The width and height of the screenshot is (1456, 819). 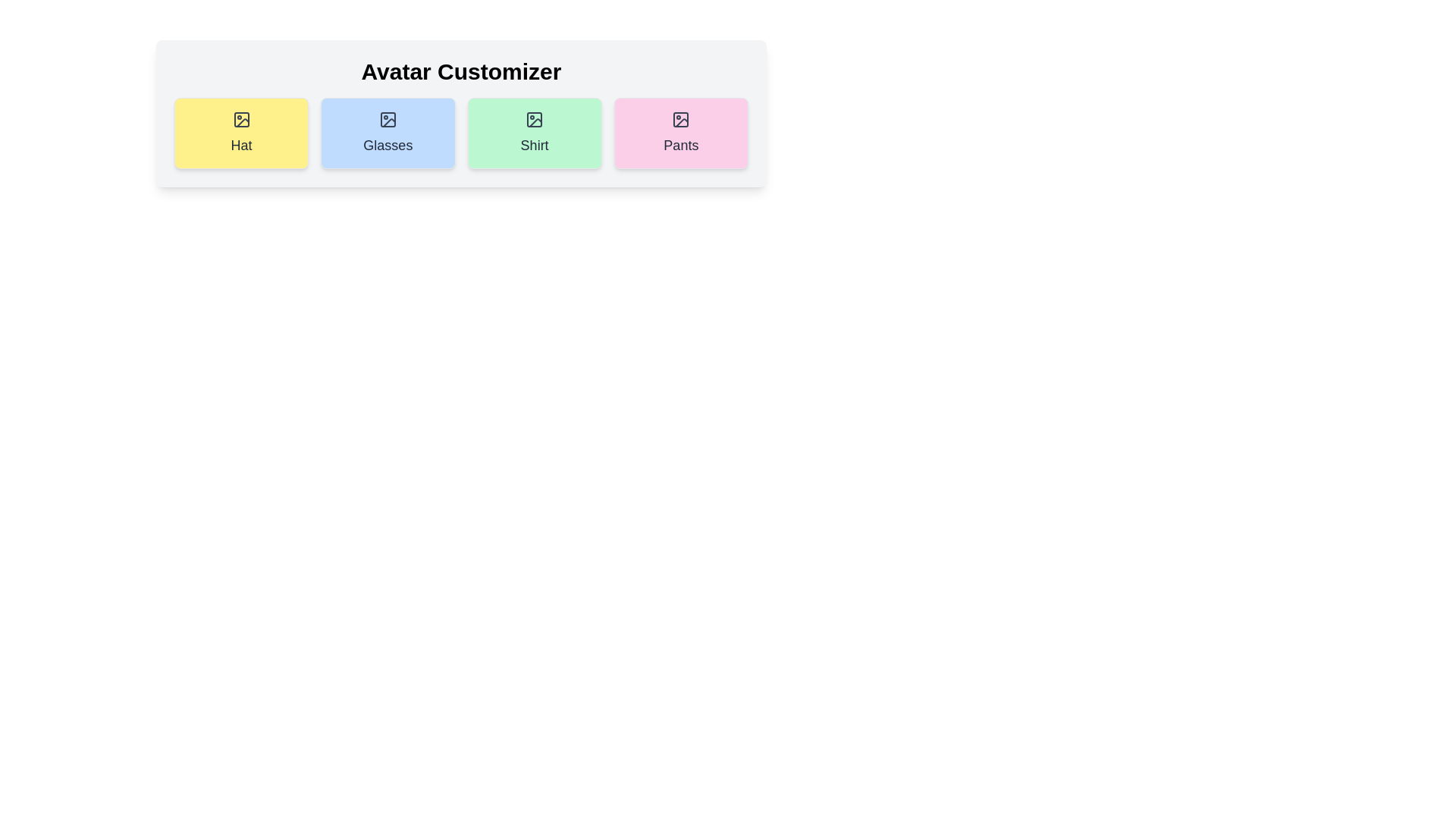 What do you see at coordinates (388, 133) in the screenshot?
I see `the 'Glasses' option in the Avatar Customizer section` at bounding box center [388, 133].